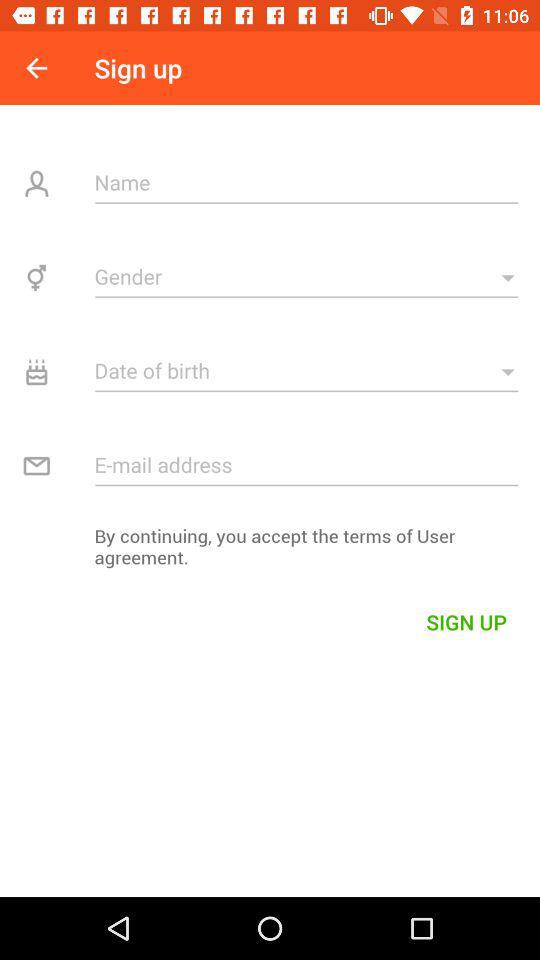  Describe the element at coordinates (270, 551) in the screenshot. I see `the item above sign up` at that location.